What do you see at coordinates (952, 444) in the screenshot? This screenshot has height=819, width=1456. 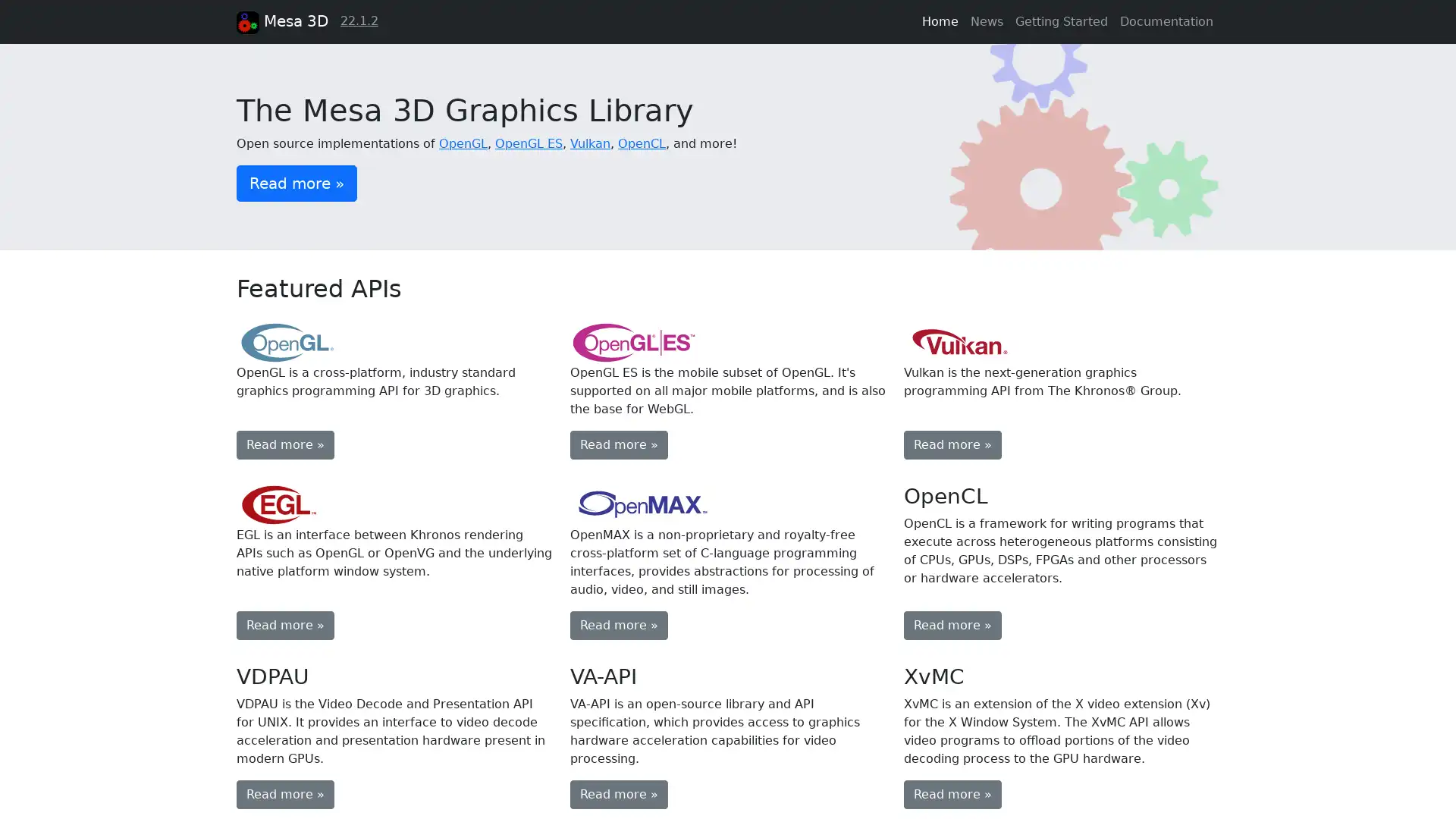 I see `Read more` at bounding box center [952, 444].